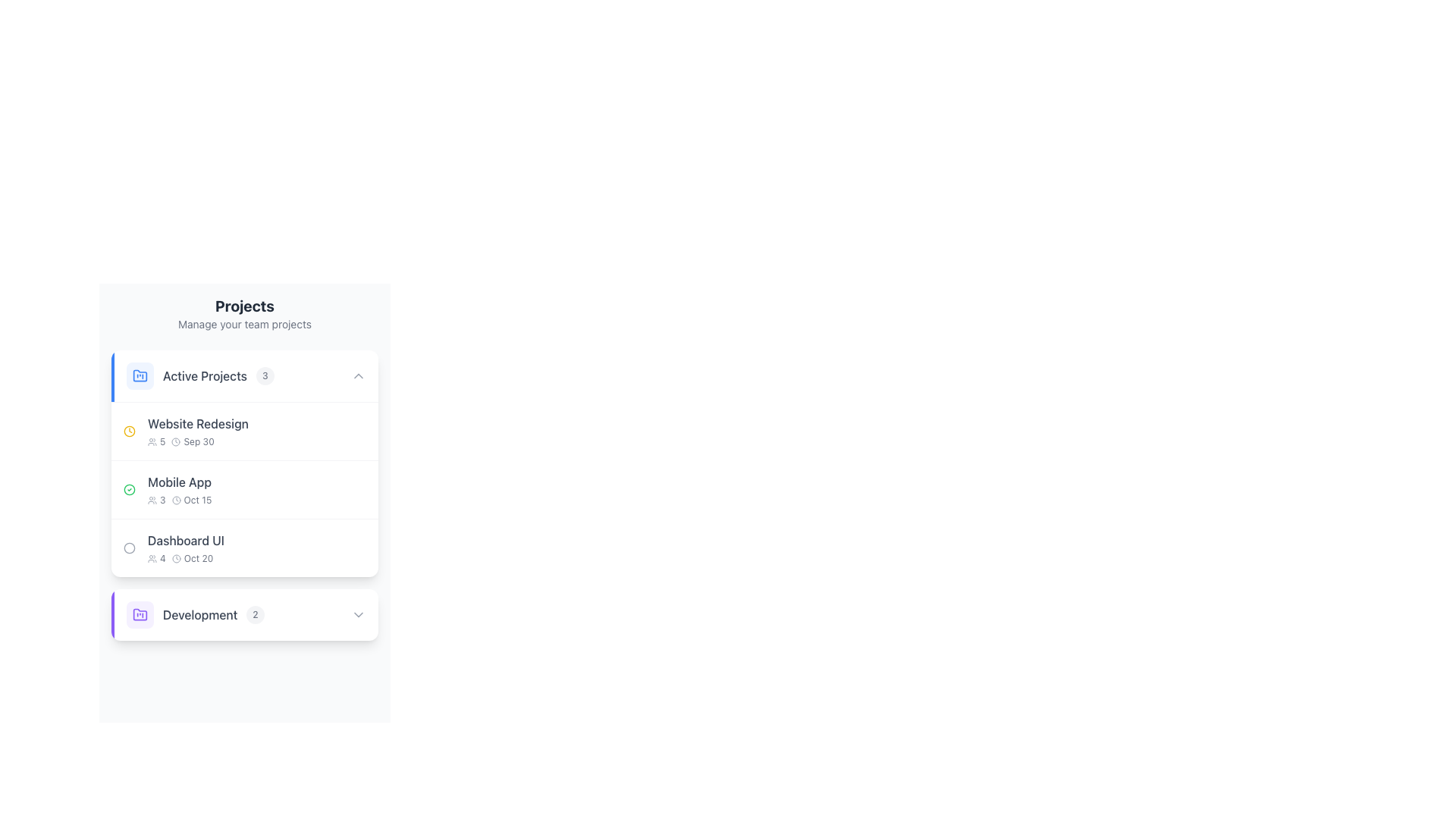  Describe the element at coordinates (244, 306) in the screenshot. I see `the bold text label 'Projects' that is styled with a larger font size and dark gray color, positioned at the top-left of the content area` at that location.